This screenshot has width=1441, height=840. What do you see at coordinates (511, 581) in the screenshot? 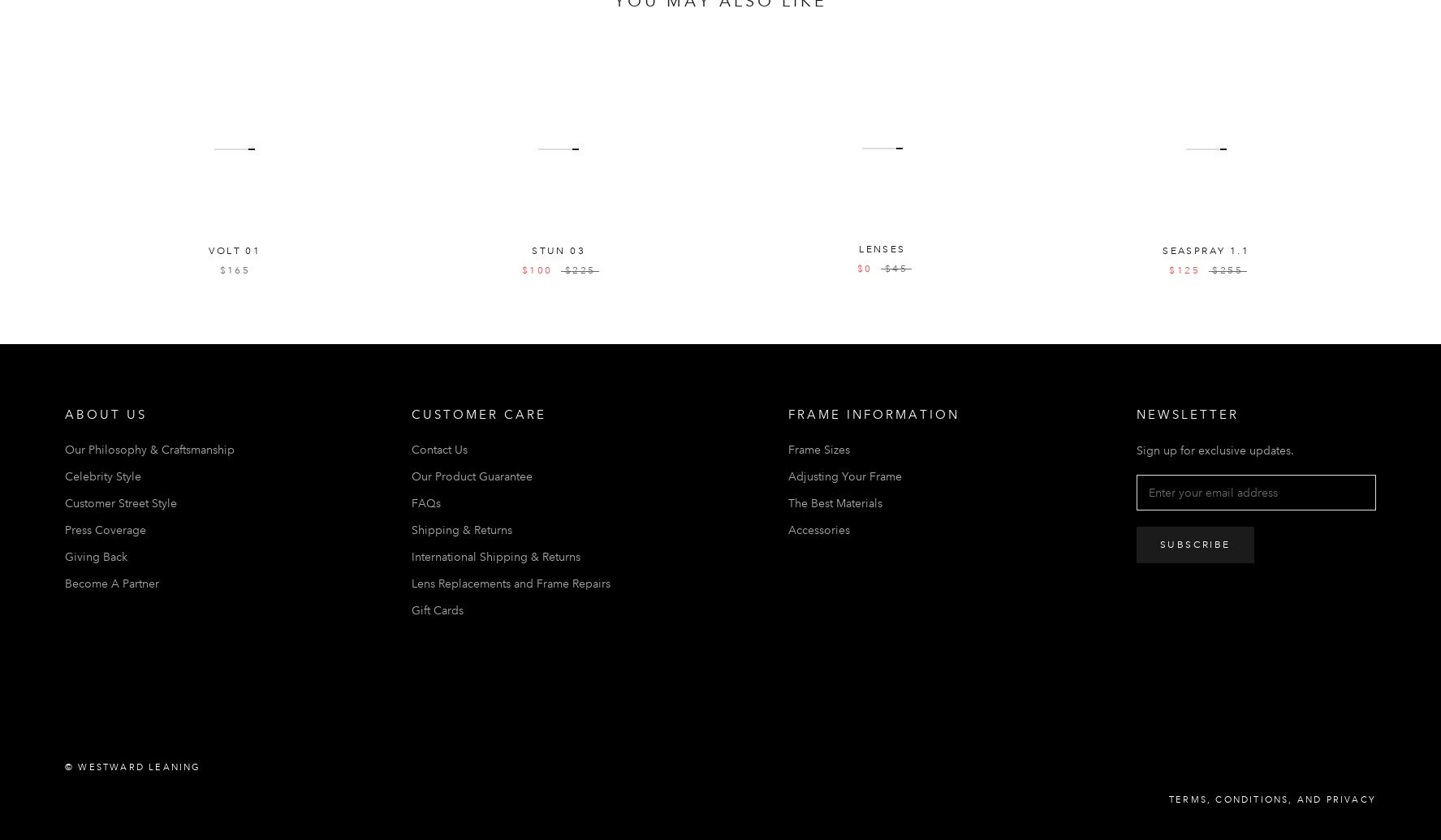
I see `'Lens Replacements and Frame Repairs'` at bounding box center [511, 581].